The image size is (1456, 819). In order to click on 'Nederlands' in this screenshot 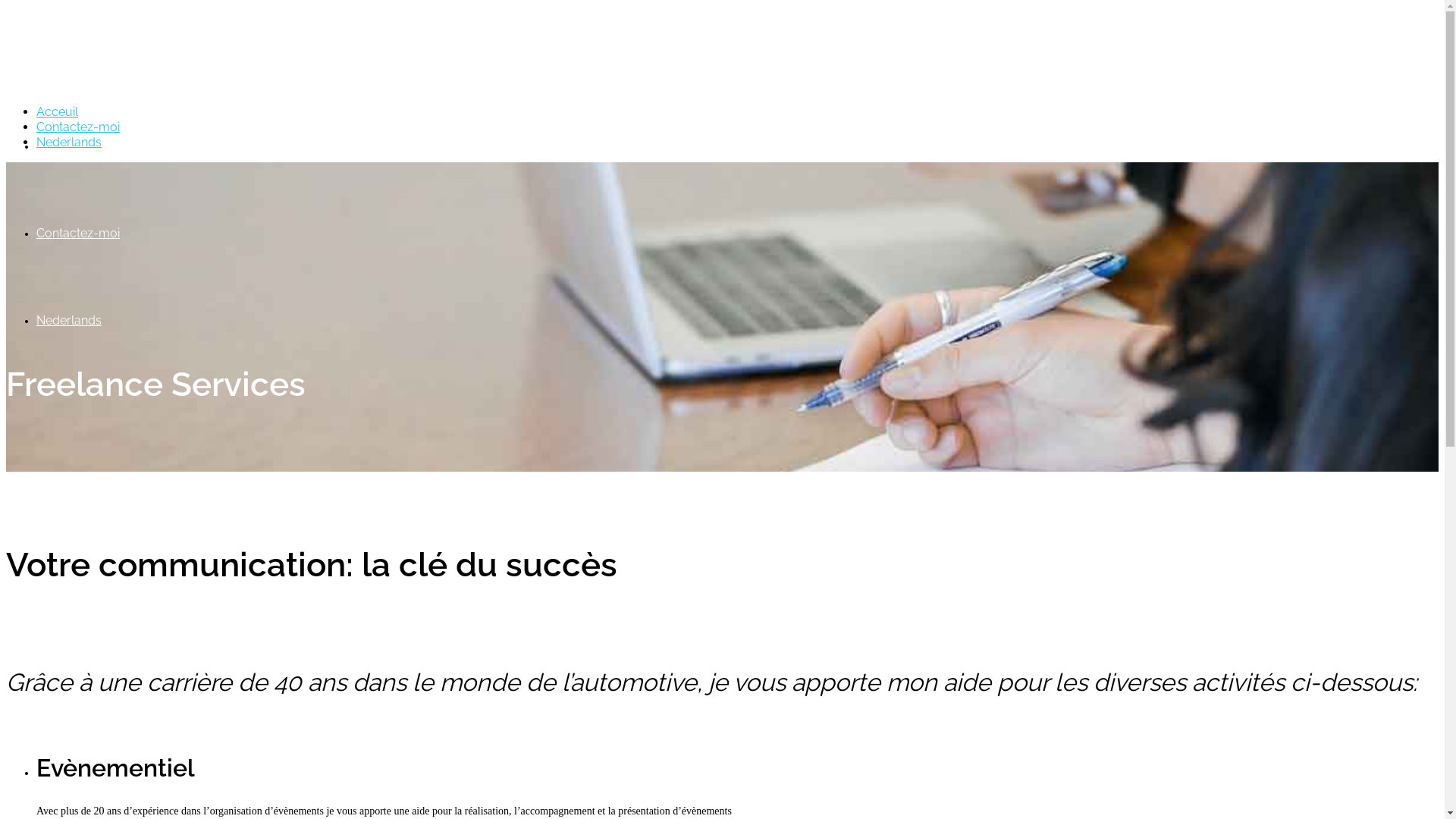, I will do `click(68, 319)`.